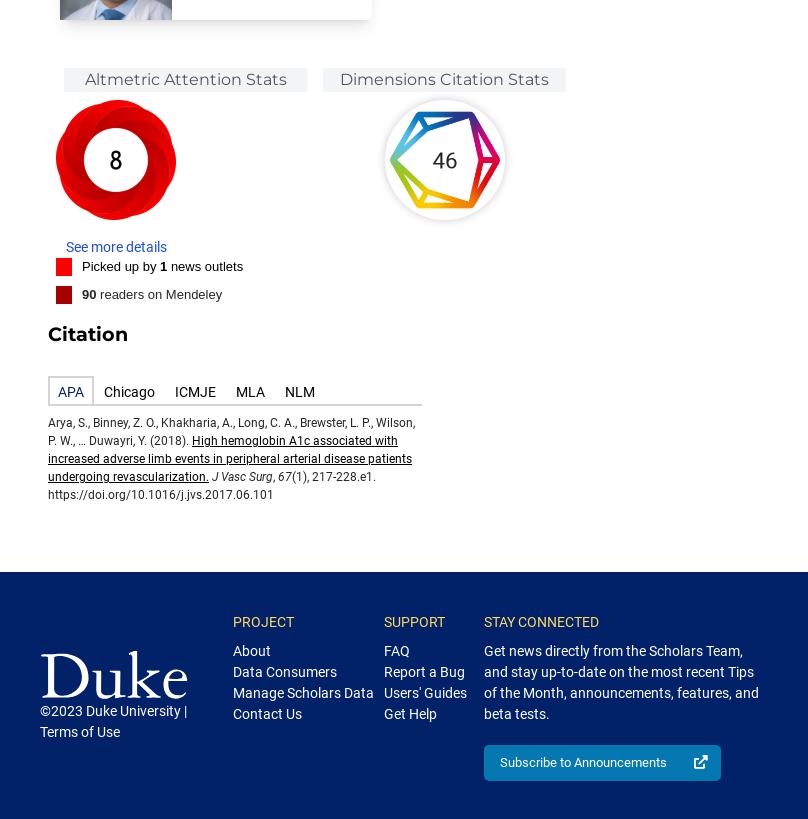  I want to click on 'Get Help', so click(410, 713).